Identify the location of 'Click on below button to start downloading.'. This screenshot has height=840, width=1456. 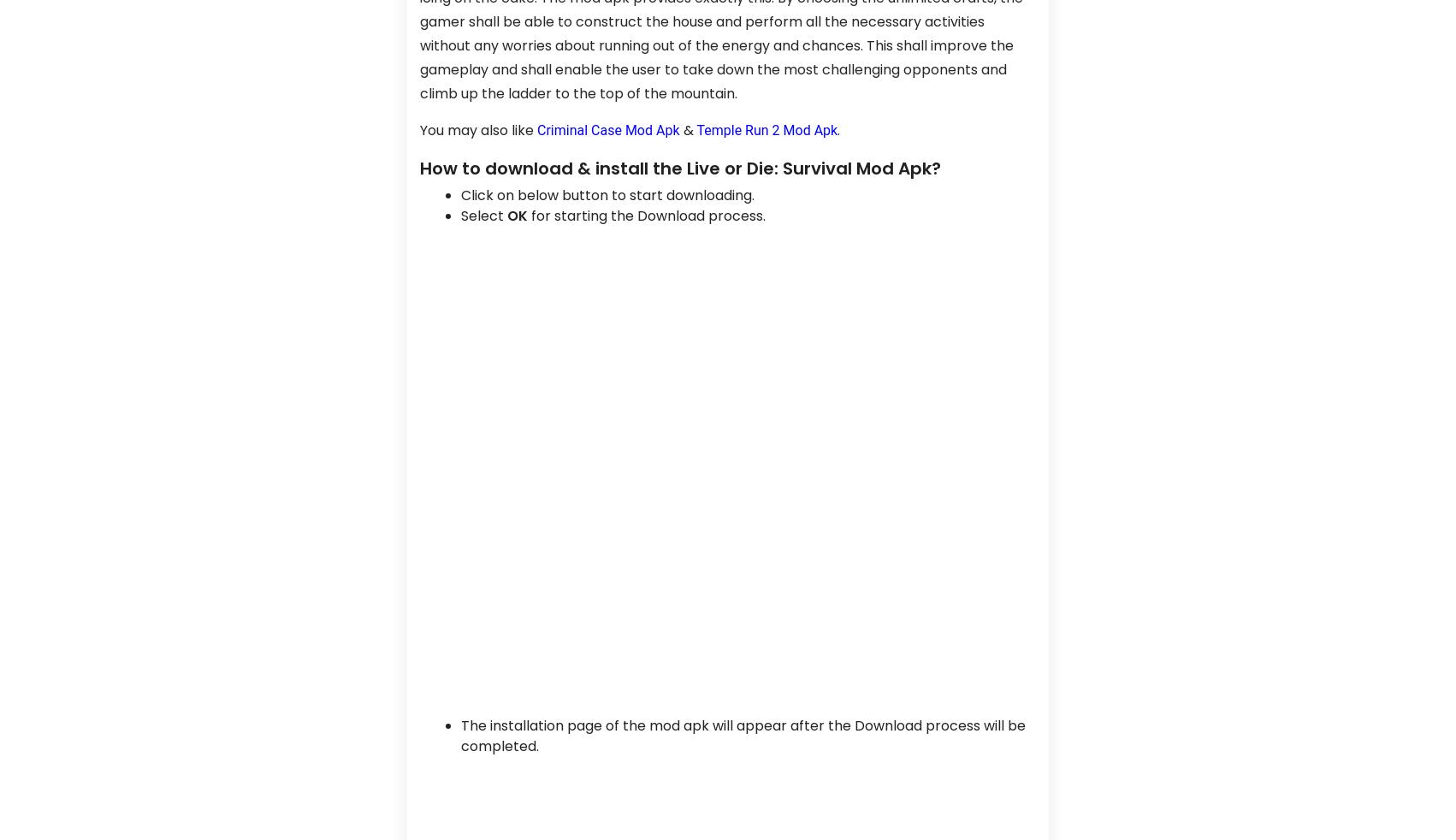
(607, 193).